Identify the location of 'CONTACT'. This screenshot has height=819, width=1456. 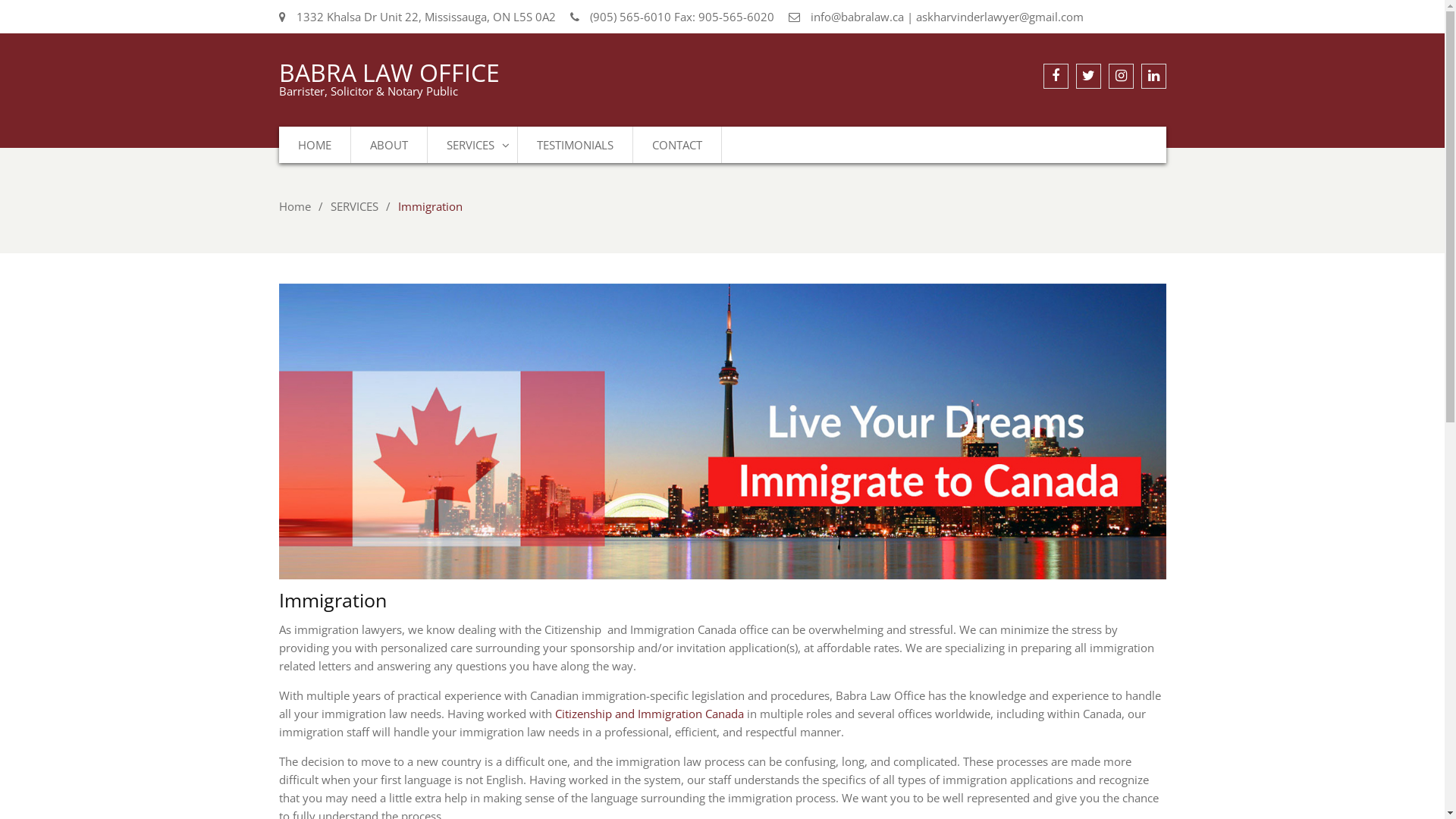
(676, 145).